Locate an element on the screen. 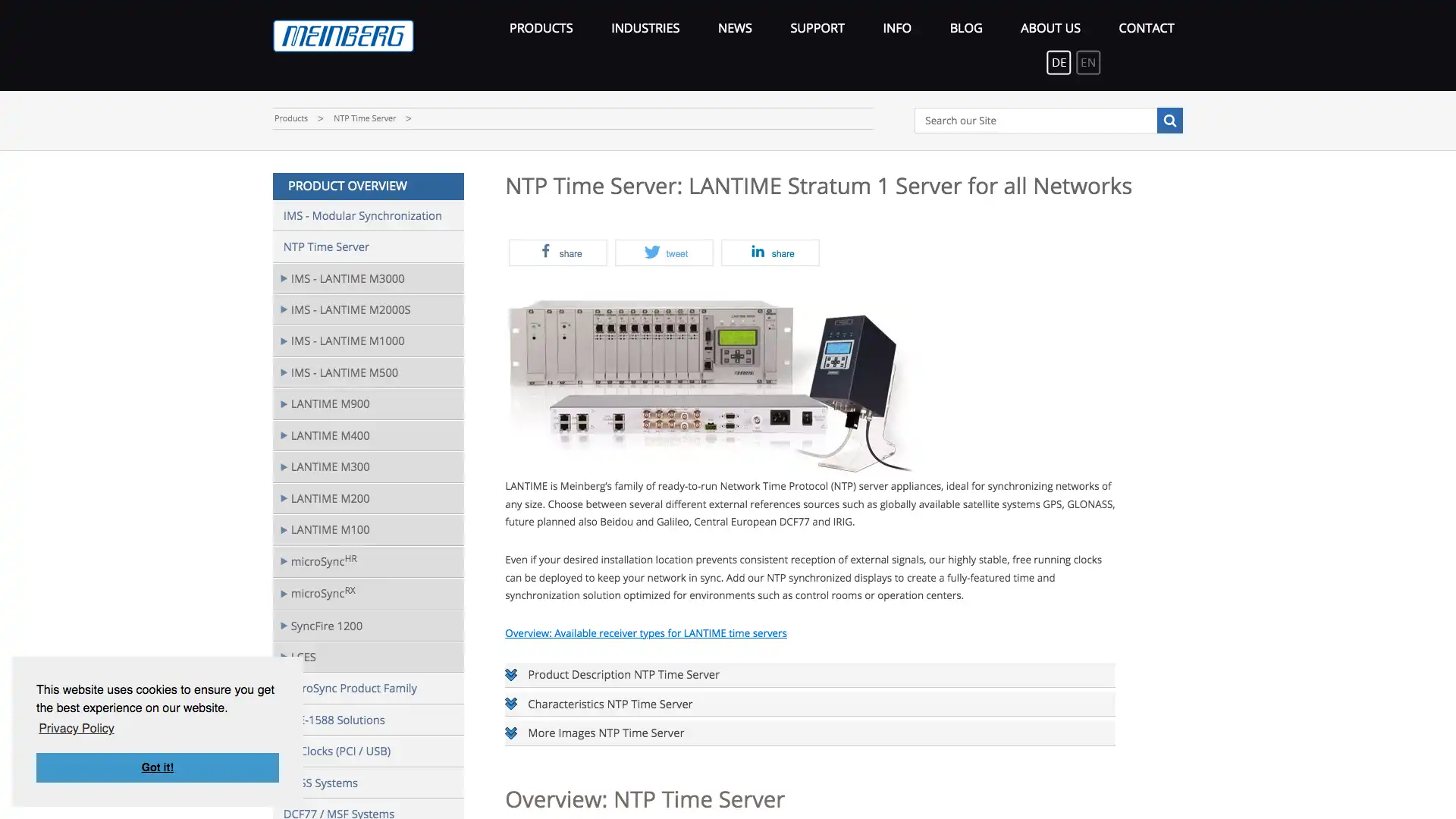 This screenshot has width=1456, height=819. Search is located at coordinates (1168, 119).